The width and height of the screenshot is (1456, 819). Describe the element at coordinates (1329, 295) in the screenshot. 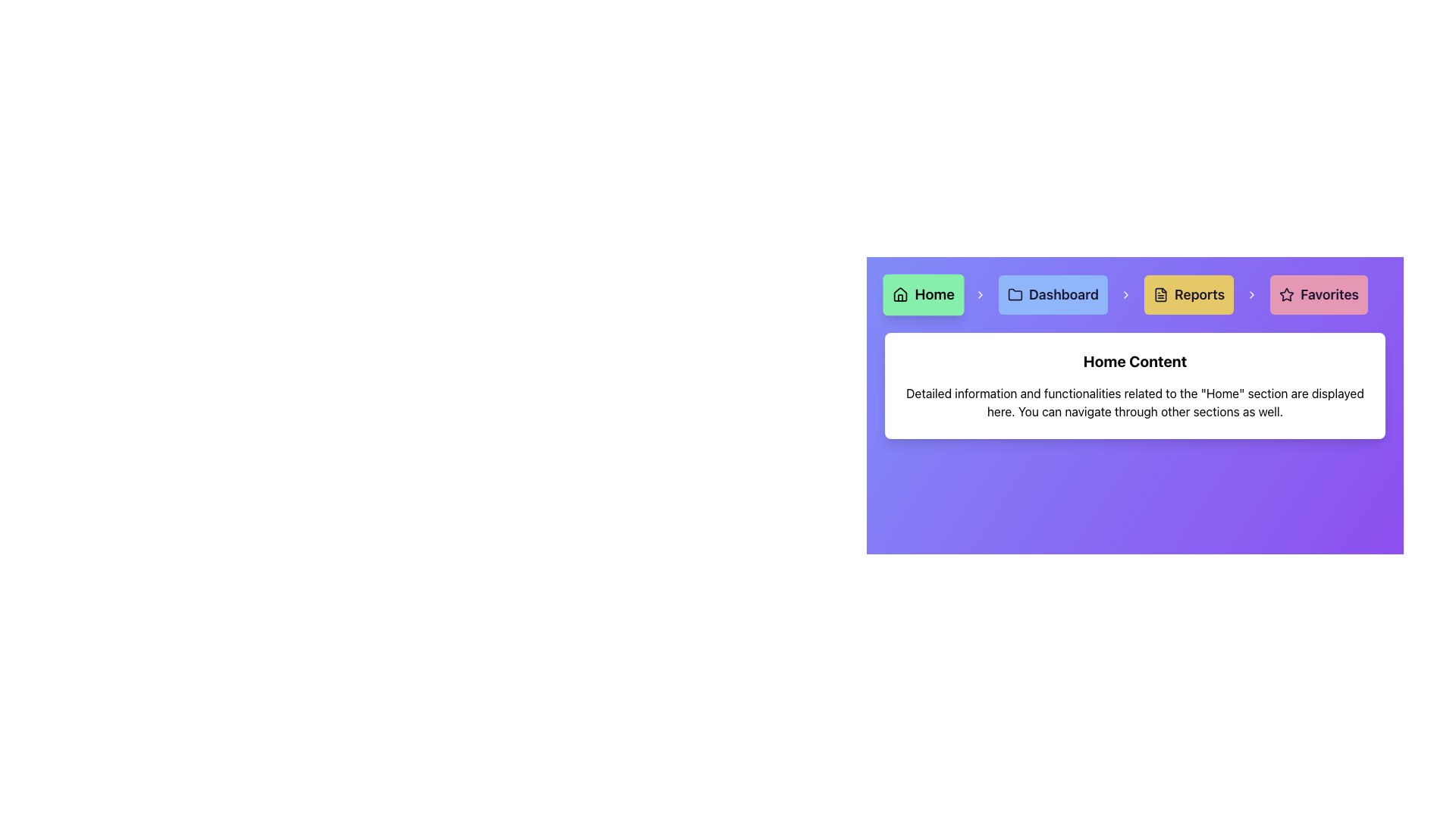

I see `the text label displaying 'Favorites', which is styled in bold and located next to a star icon within the fourth navigation button of a horizontal menu` at that location.